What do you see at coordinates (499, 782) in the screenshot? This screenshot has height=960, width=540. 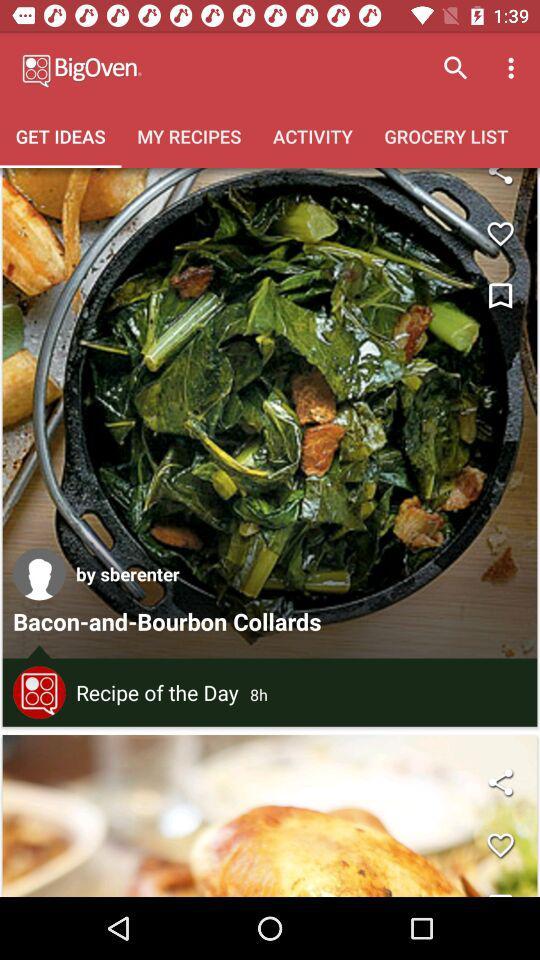 I see `share the article` at bounding box center [499, 782].